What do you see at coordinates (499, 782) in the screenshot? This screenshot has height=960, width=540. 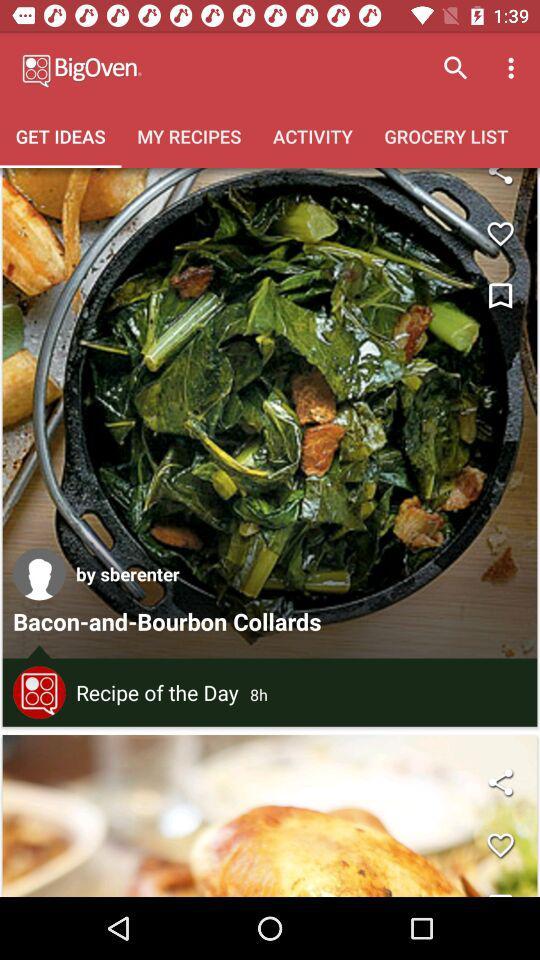 I see `share the article` at bounding box center [499, 782].